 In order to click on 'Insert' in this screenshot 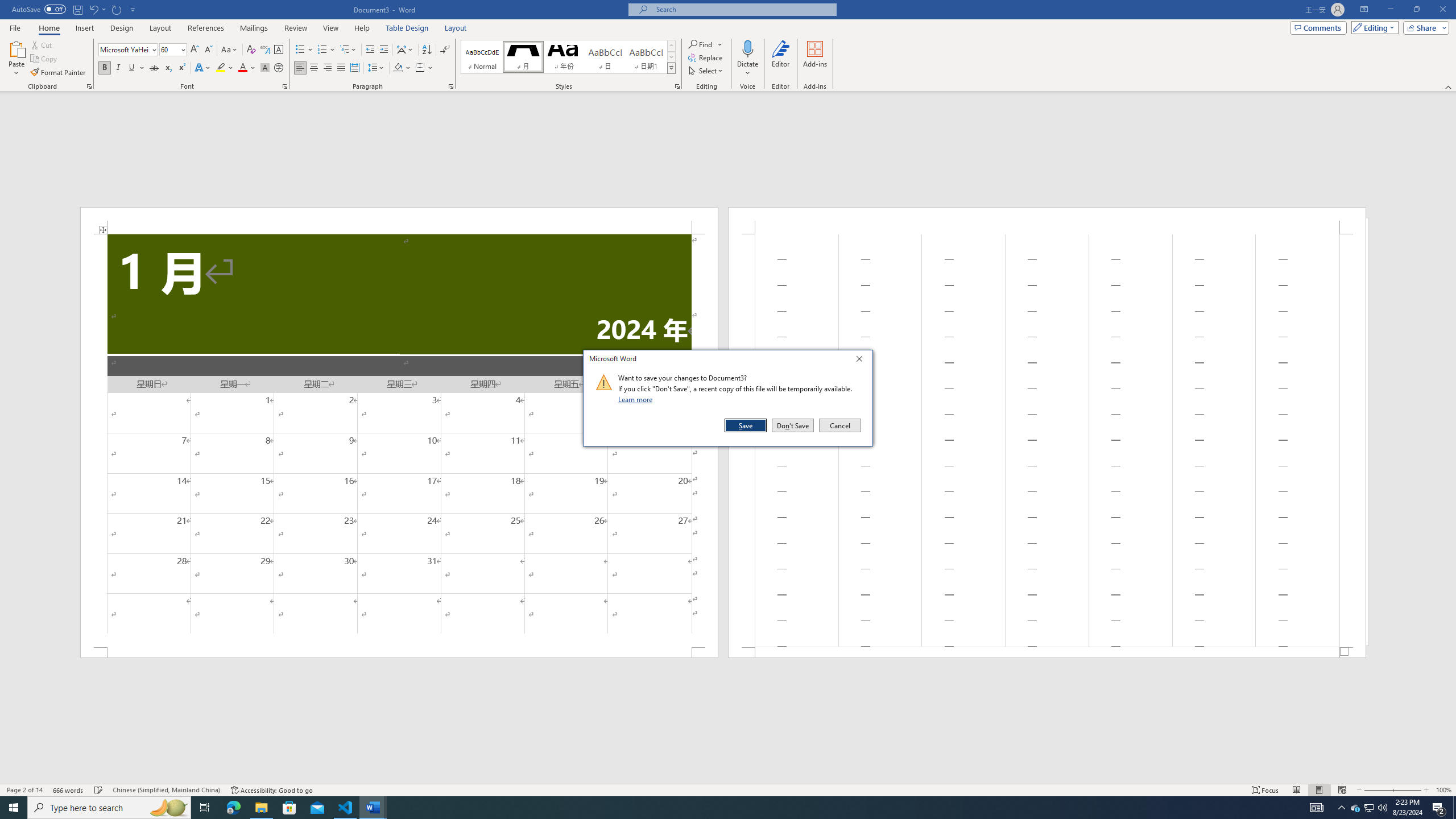, I will do `click(84, 28)`.